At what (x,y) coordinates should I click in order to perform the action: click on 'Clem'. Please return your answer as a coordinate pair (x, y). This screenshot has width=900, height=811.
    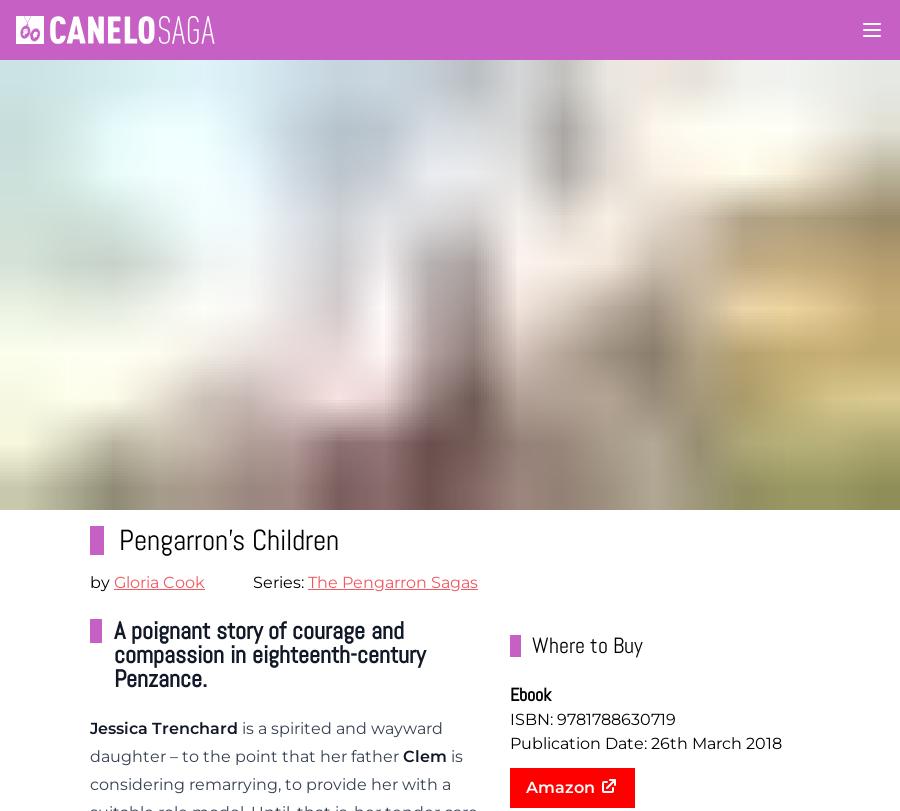
    Looking at the image, I should click on (424, 754).